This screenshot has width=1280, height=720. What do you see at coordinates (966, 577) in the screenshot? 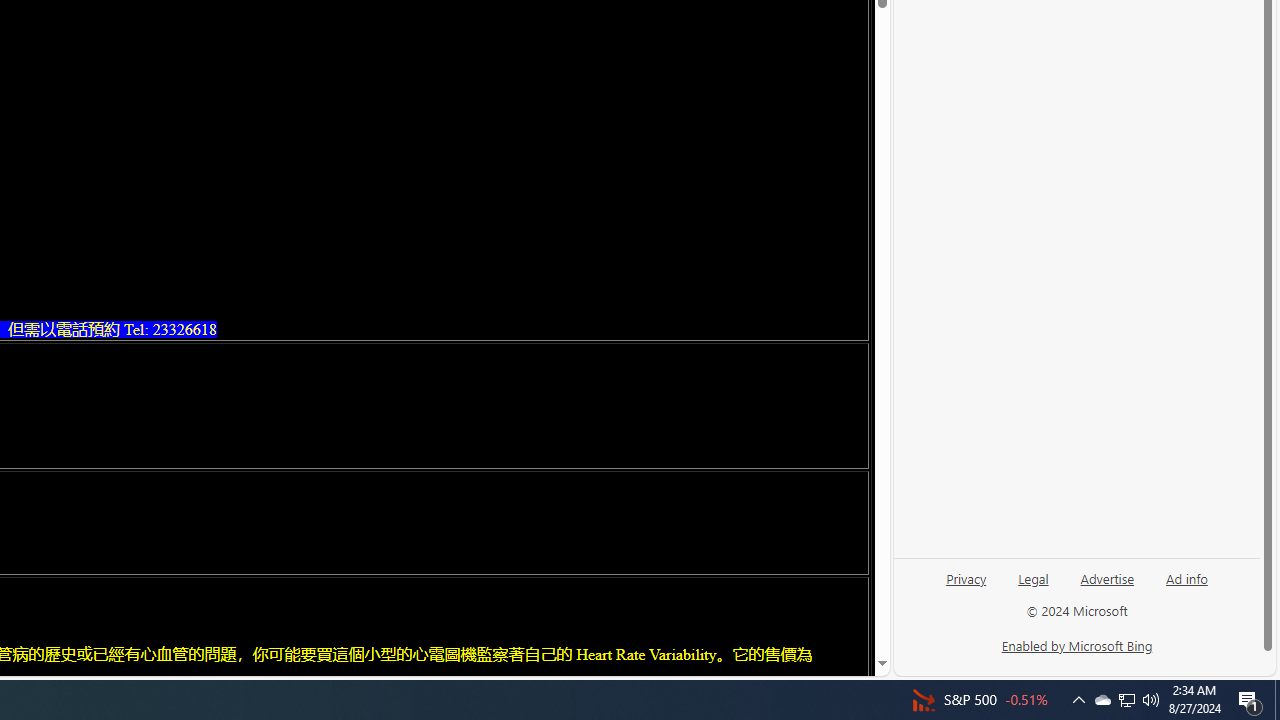
I see `'Privacy'` at bounding box center [966, 577].